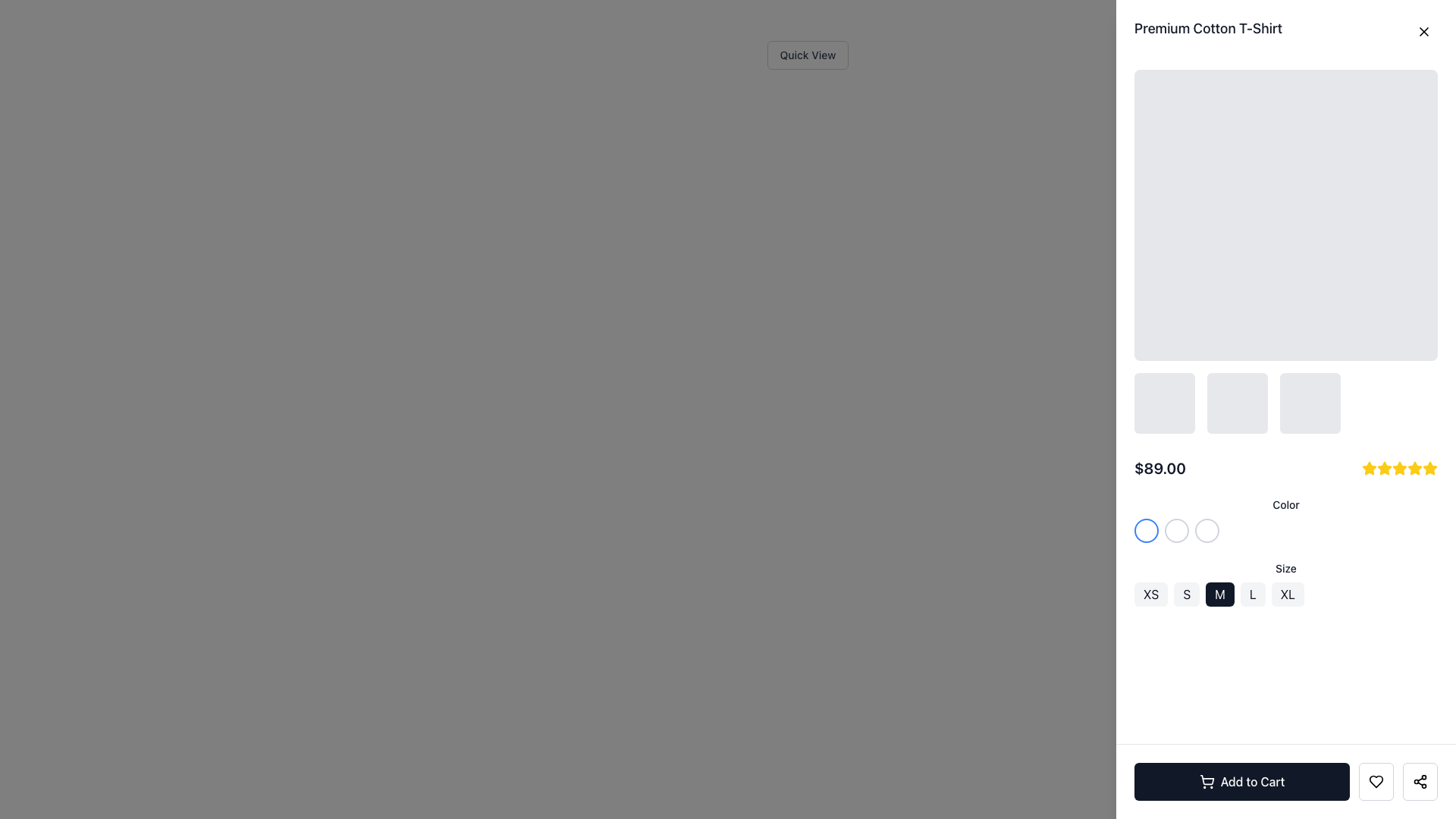 The image size is (1456, 819). What do you see at coordinates (1285, 568) in the screenshot?
I see `the text label displaying 'Size', which is styled with smaller-sized, medium-weight dark gray text, located in the right section of the interface above the size selection buttons` at bounding box center [1285, 568].